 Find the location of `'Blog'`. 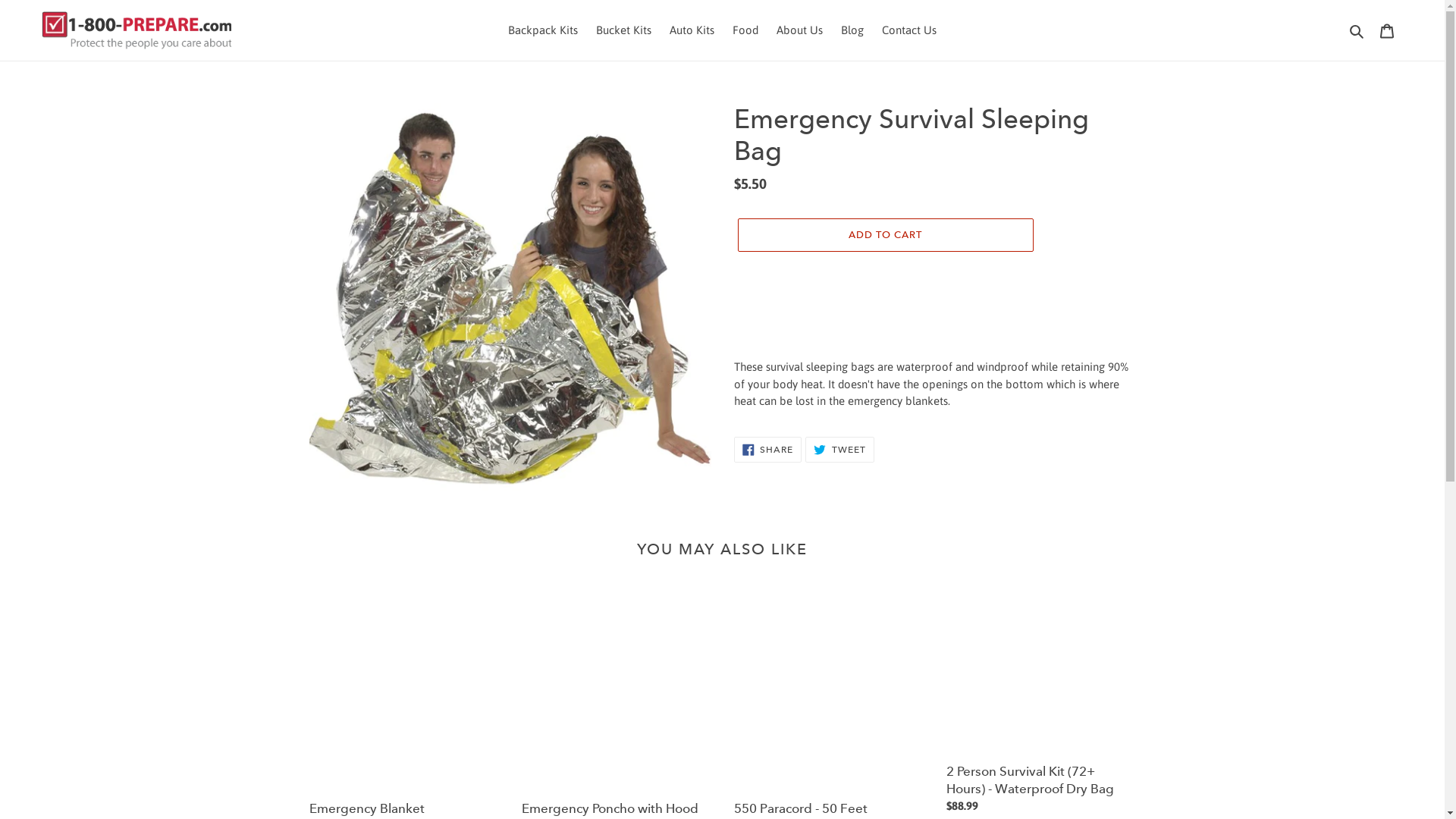

'Blog' is located at coordinates (852, 30).